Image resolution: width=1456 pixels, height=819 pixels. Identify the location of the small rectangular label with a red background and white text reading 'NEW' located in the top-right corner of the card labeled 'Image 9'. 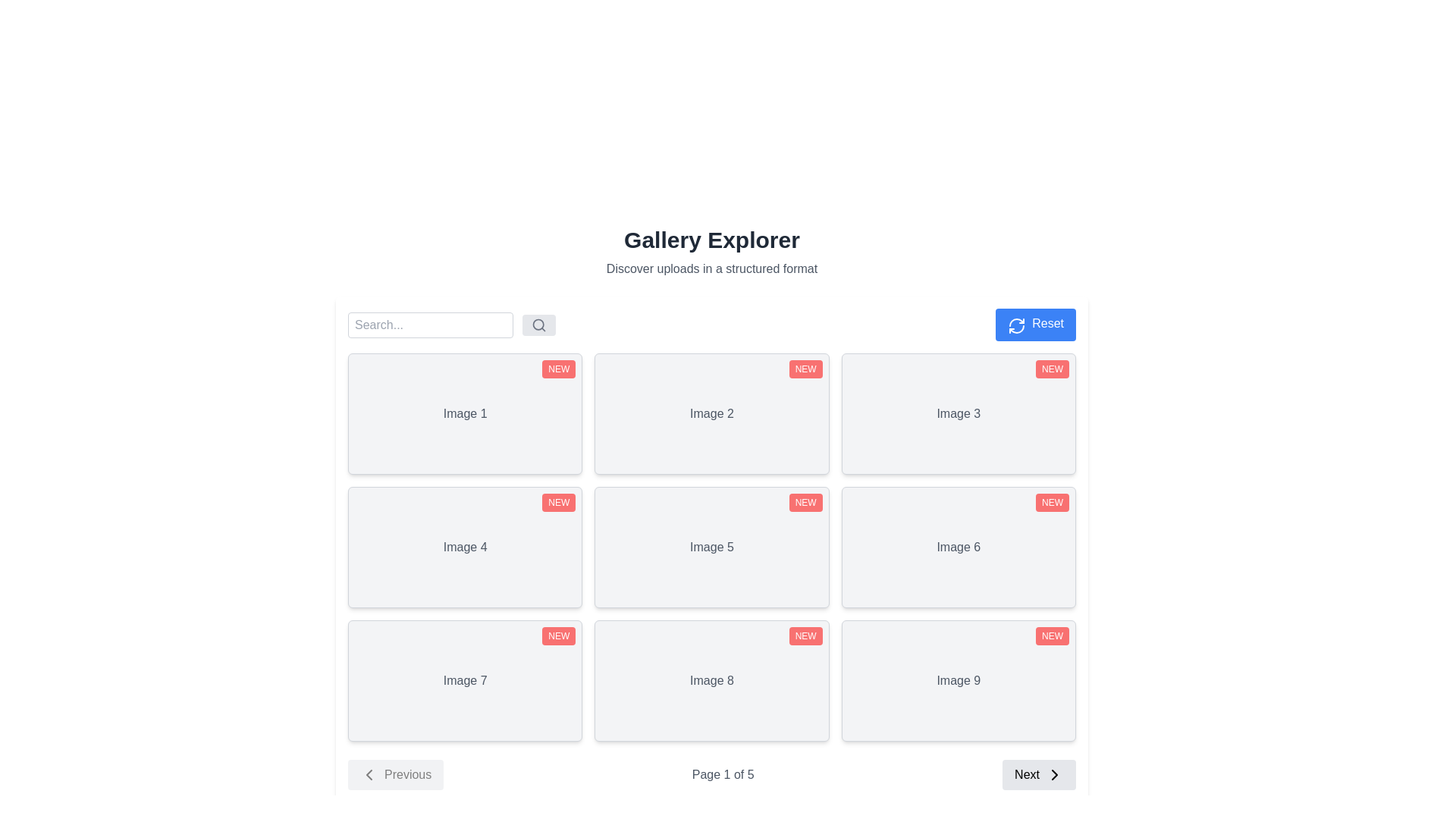
(1051, 636).